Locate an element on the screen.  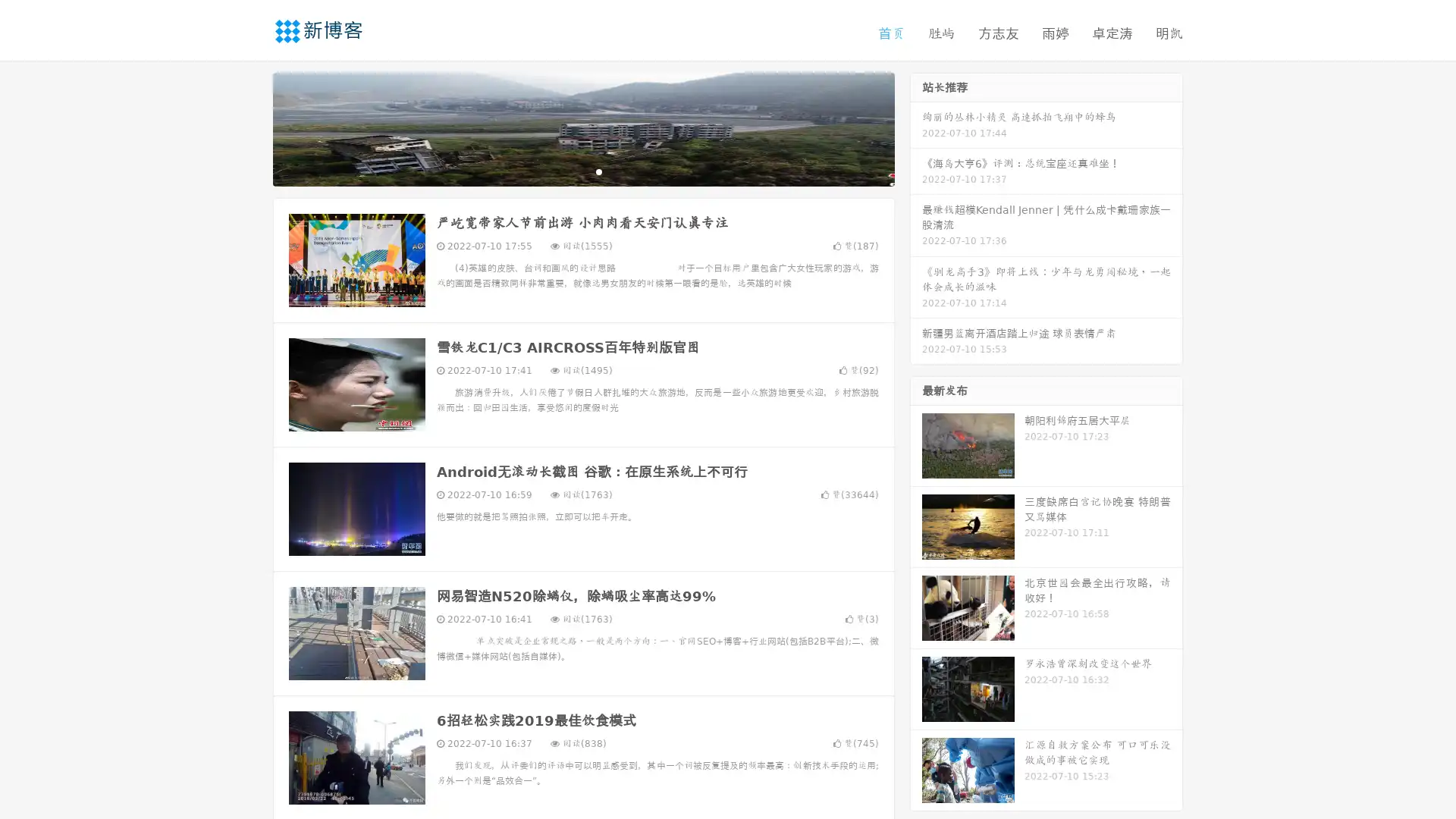
Previous slide is located at coordinates (250, 127).